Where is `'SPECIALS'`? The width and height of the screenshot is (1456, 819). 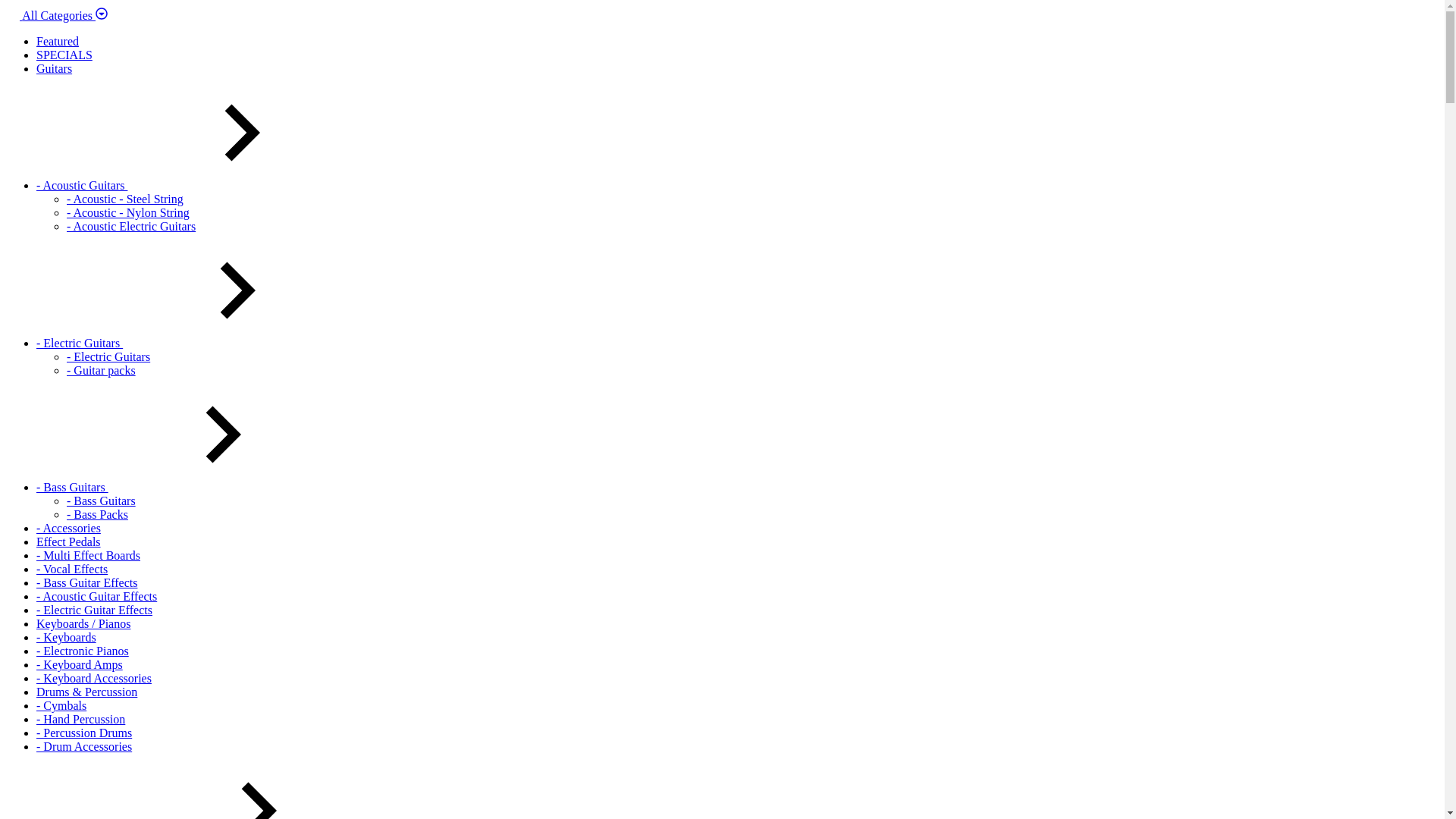 'SPECIALS' is located at coordinates (64, 54).